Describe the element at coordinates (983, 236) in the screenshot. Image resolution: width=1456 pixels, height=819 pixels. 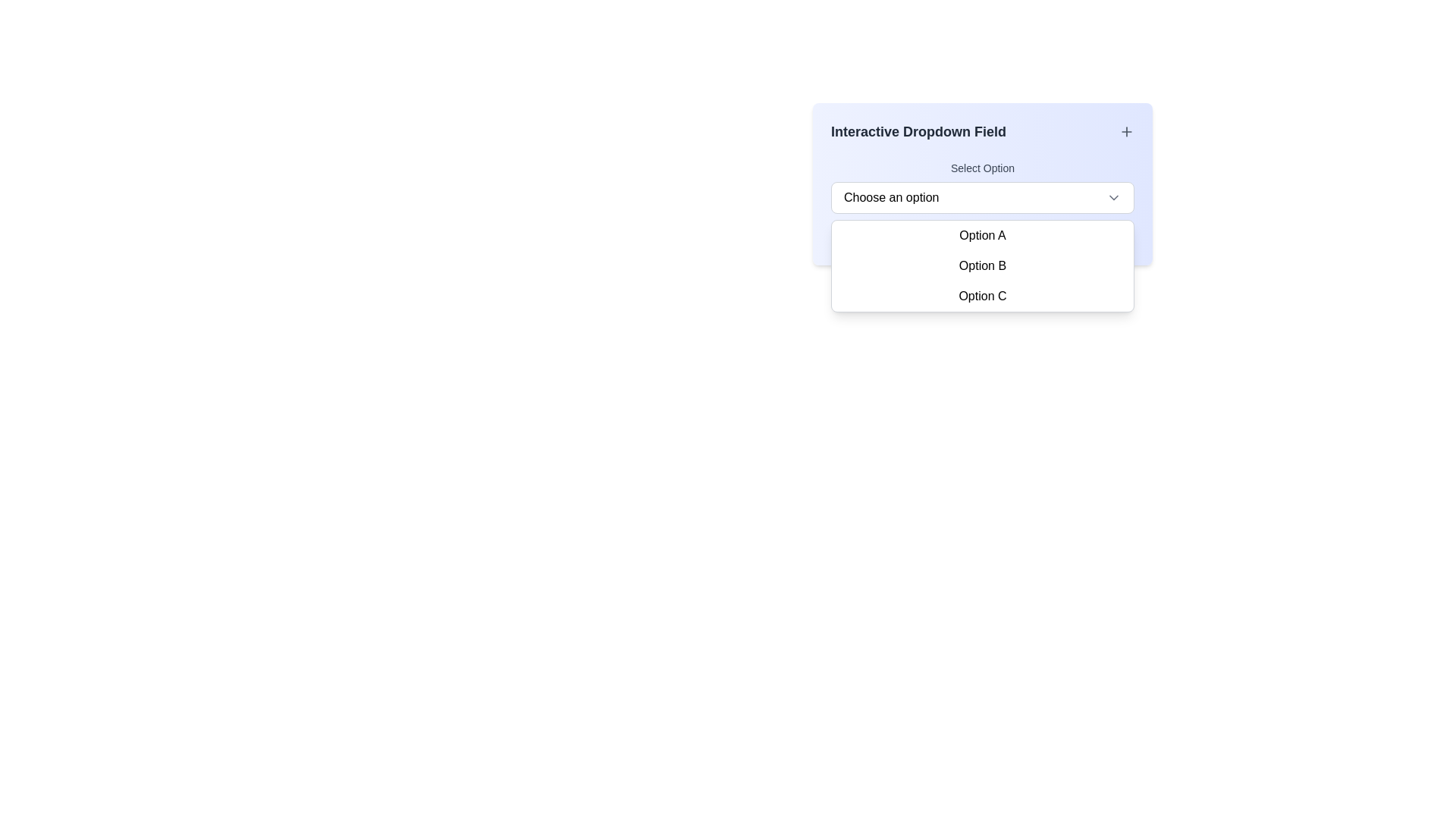
I see `the selectable dropdown menu item labeled 'Option A'` at that location.